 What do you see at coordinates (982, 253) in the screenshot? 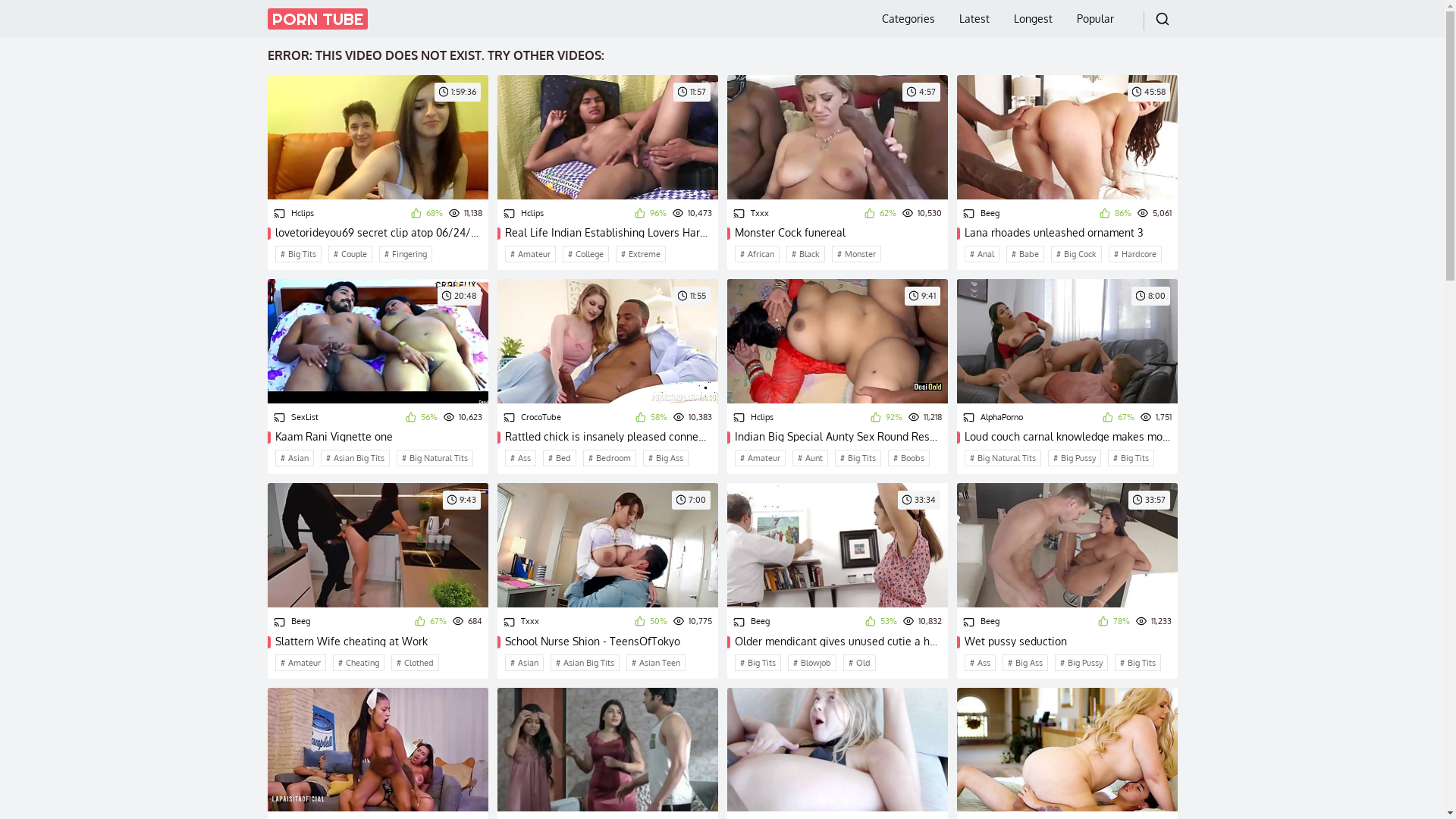
I see `'Anal'` at bounding box center [982, 253].